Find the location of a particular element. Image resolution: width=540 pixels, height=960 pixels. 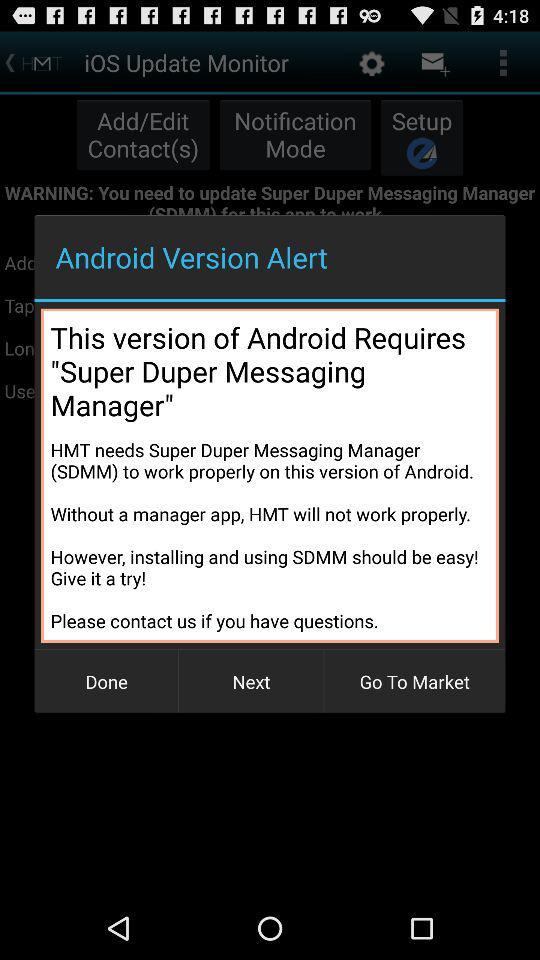

button to the left of go to market is located at coordinates (251, 681).